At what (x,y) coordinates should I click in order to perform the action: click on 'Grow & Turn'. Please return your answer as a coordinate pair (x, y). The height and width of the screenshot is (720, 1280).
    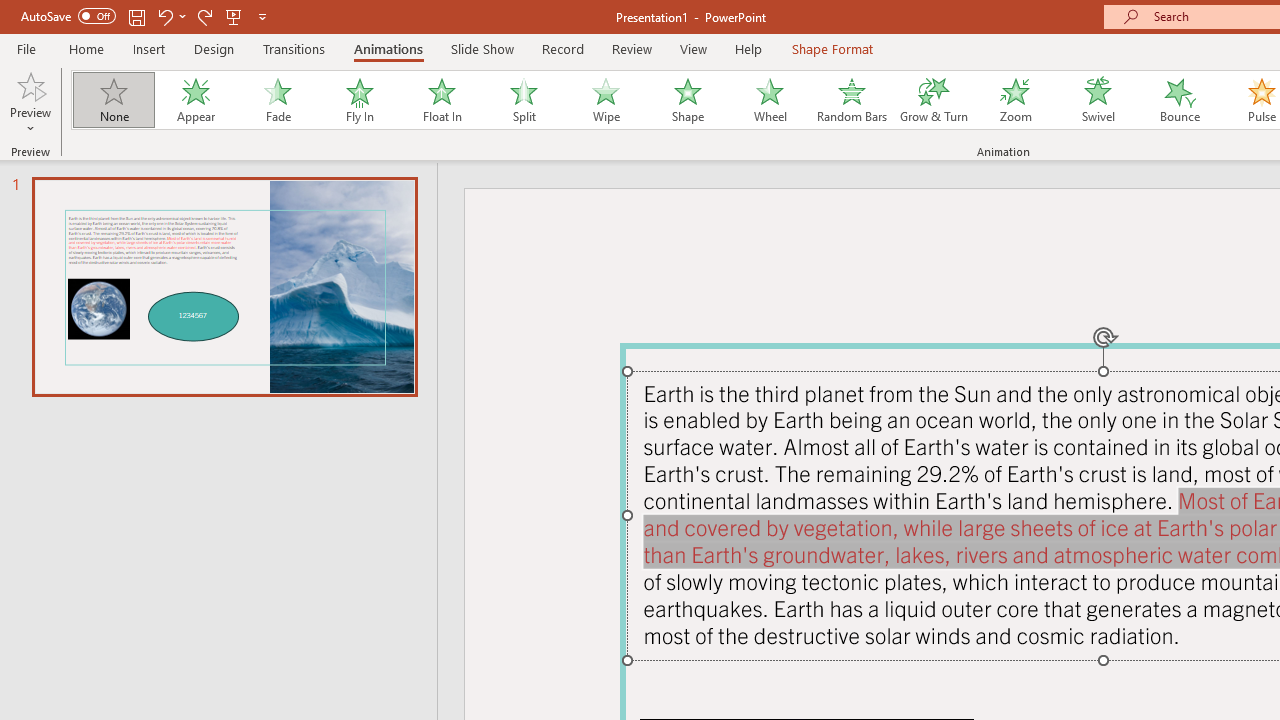
    Looking at the image, I should click on (933, 100).